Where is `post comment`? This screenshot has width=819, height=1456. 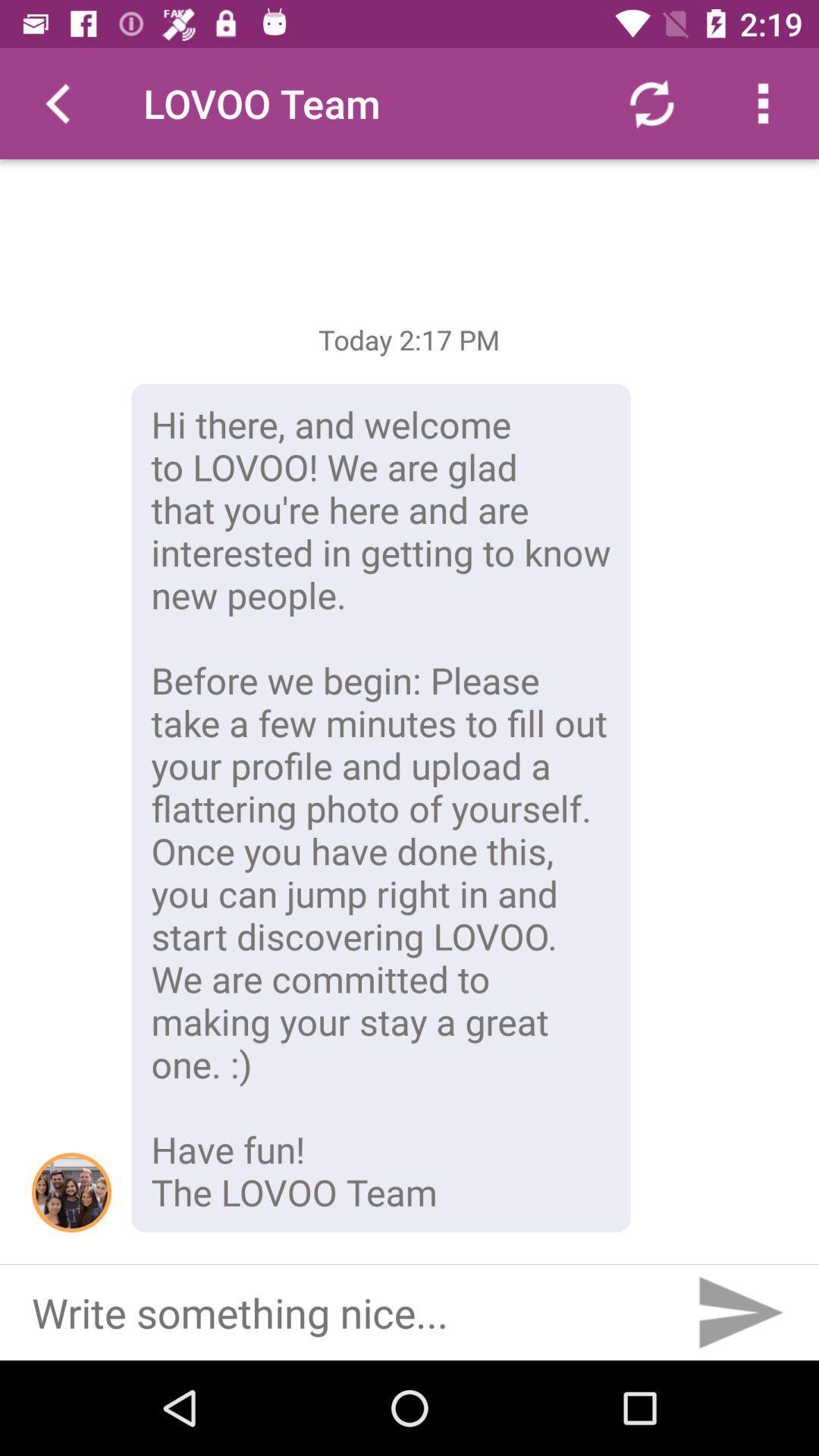 post comment is located at coordinates (739, 1312).